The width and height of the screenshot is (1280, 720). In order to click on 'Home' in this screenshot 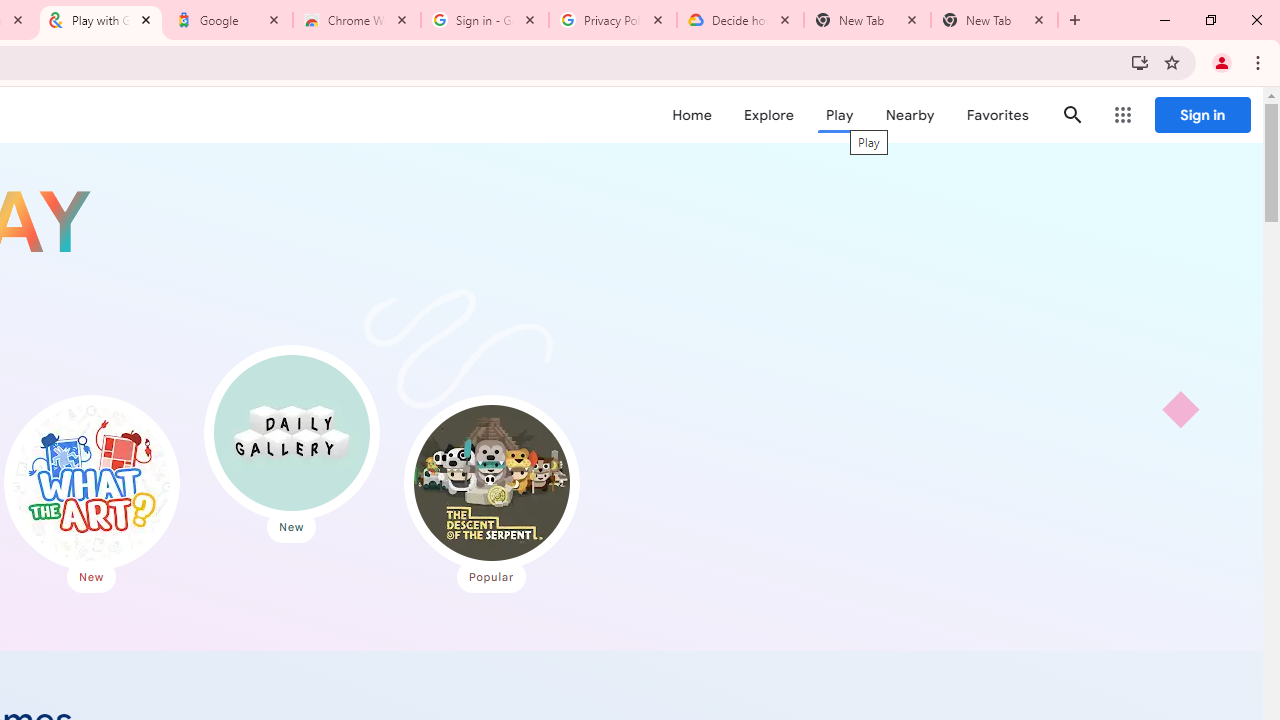, I will do `click(691, 115)`.